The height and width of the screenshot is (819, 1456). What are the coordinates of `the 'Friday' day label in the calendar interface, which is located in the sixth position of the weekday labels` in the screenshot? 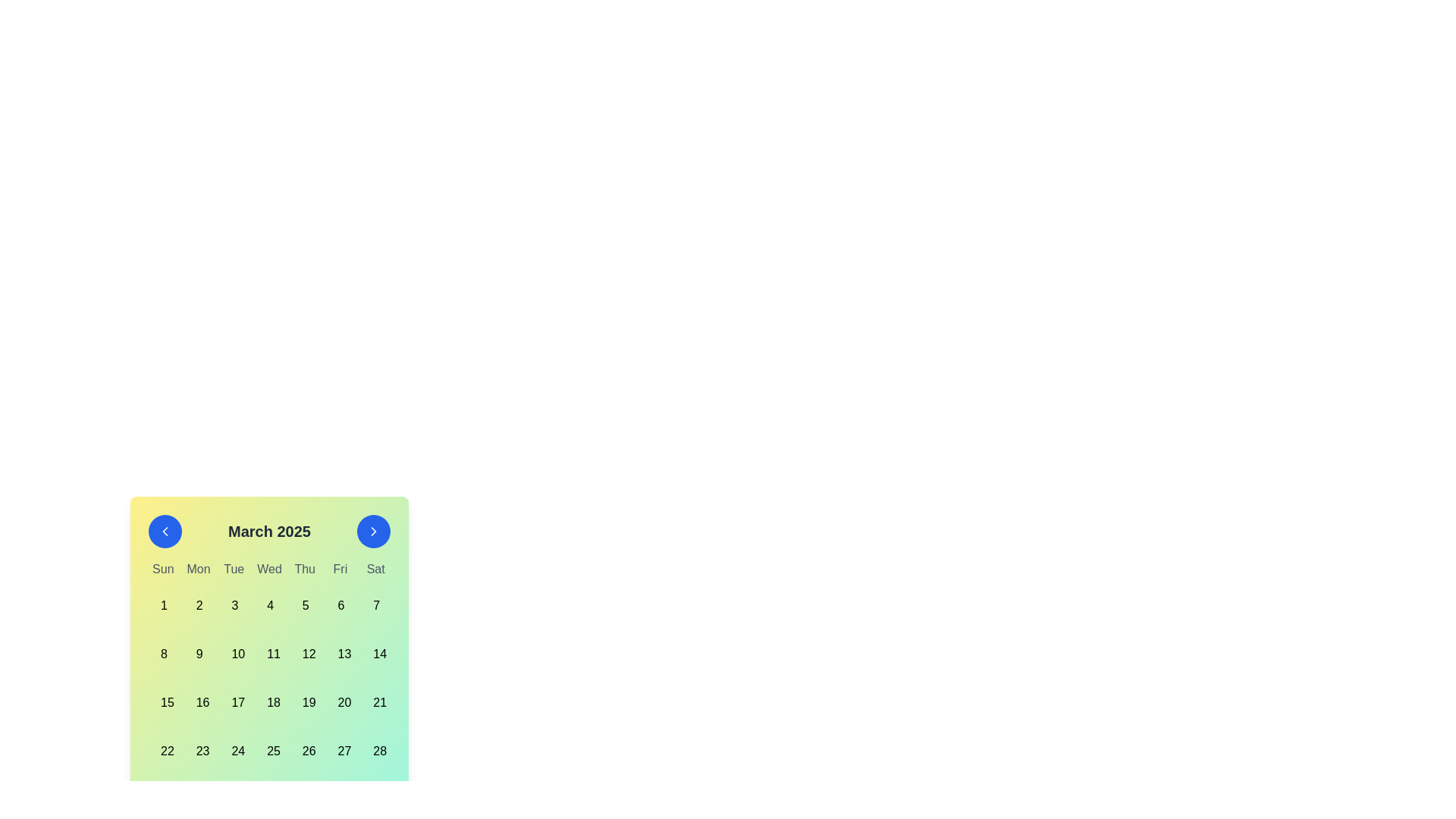 It's located at (339, 570).